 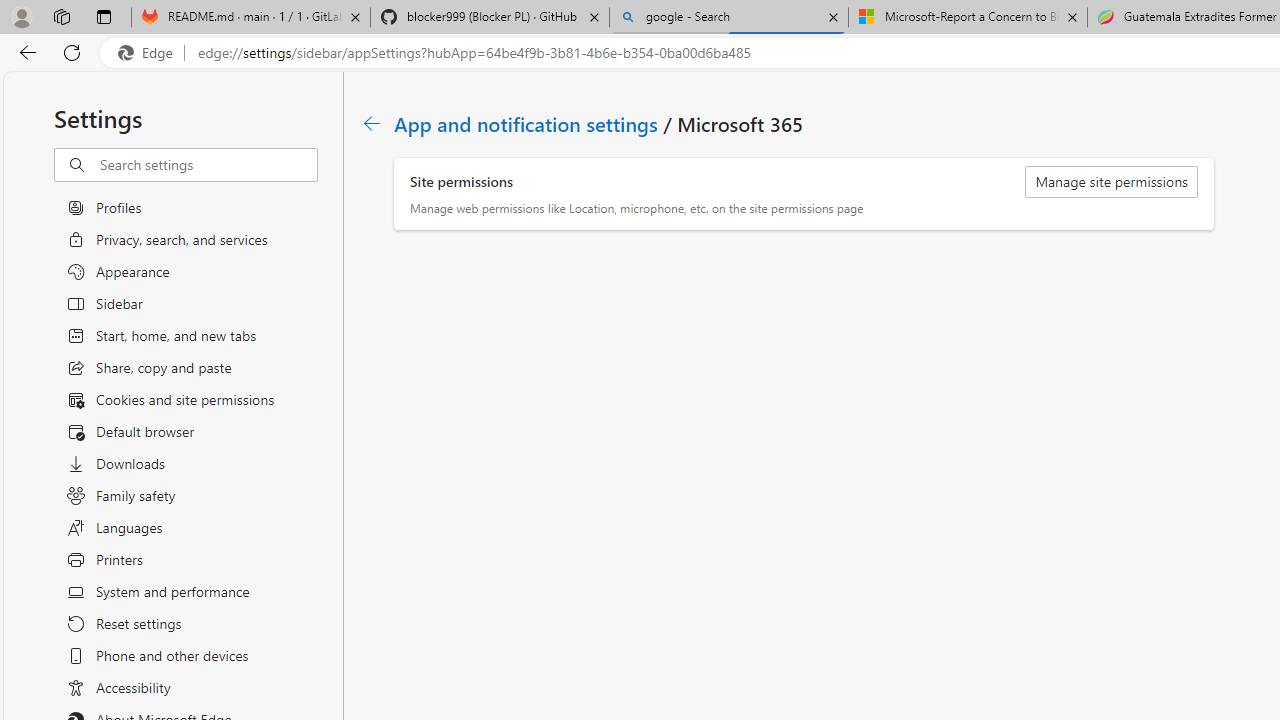 I want to click on 'App and notification settings', so click(x=527, y=123).